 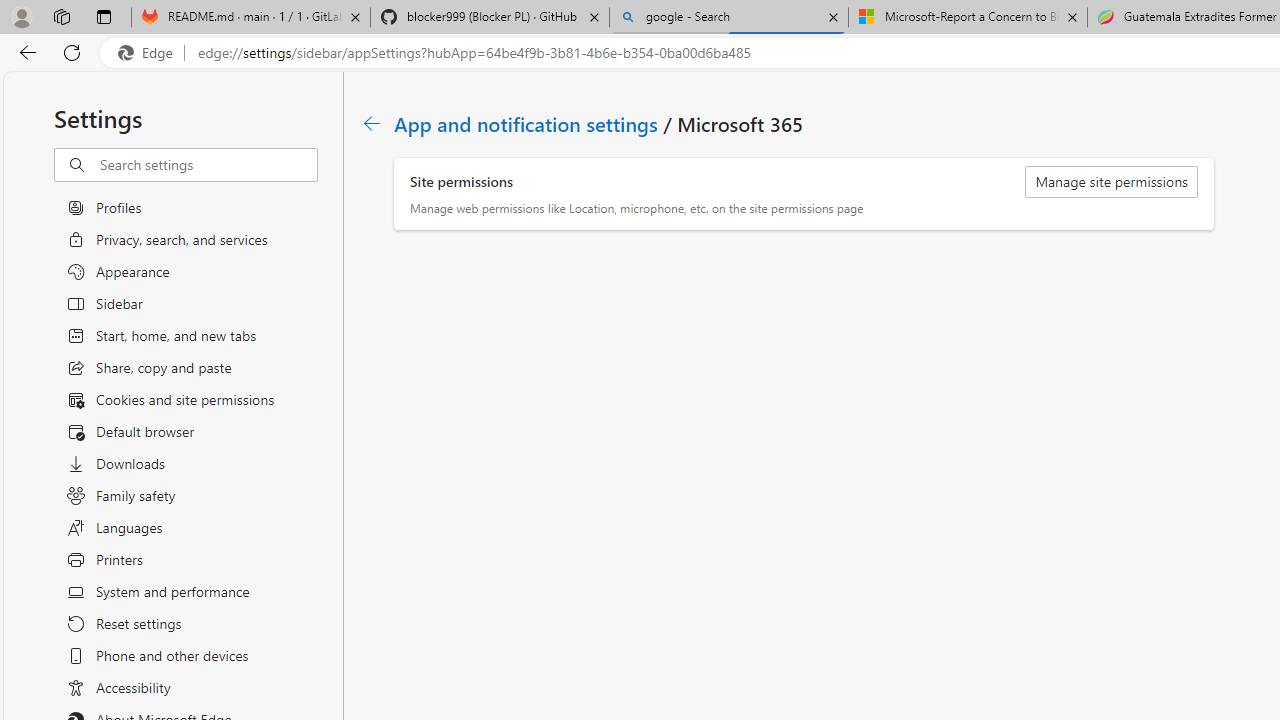 I want to click on 'App and notification settings', so click(x=527, y=123).